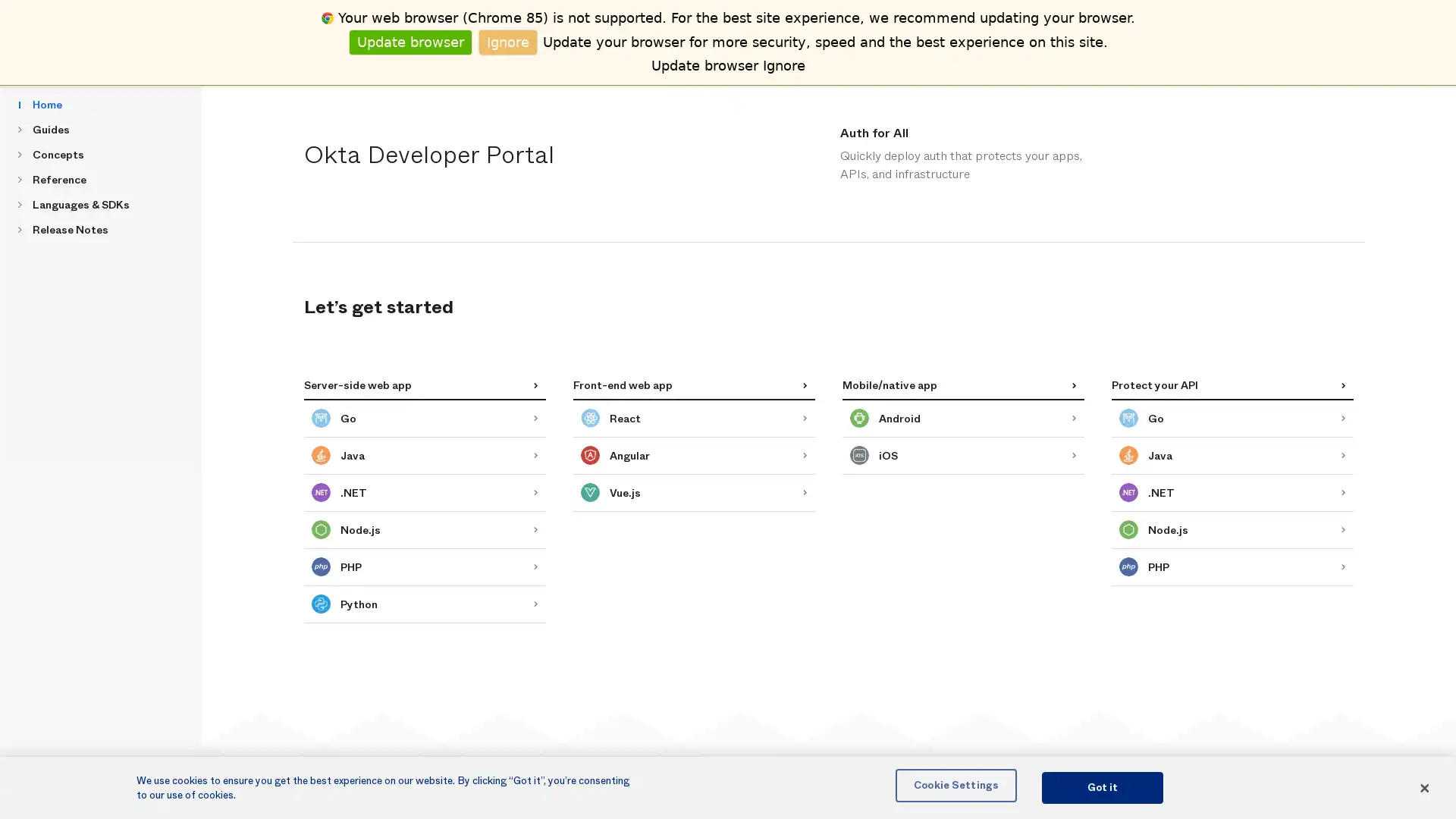 This screenshot has width=1456, height=819. Describe the element at coordinates (428, 32) in the screenshot. I see `Search` at that location.